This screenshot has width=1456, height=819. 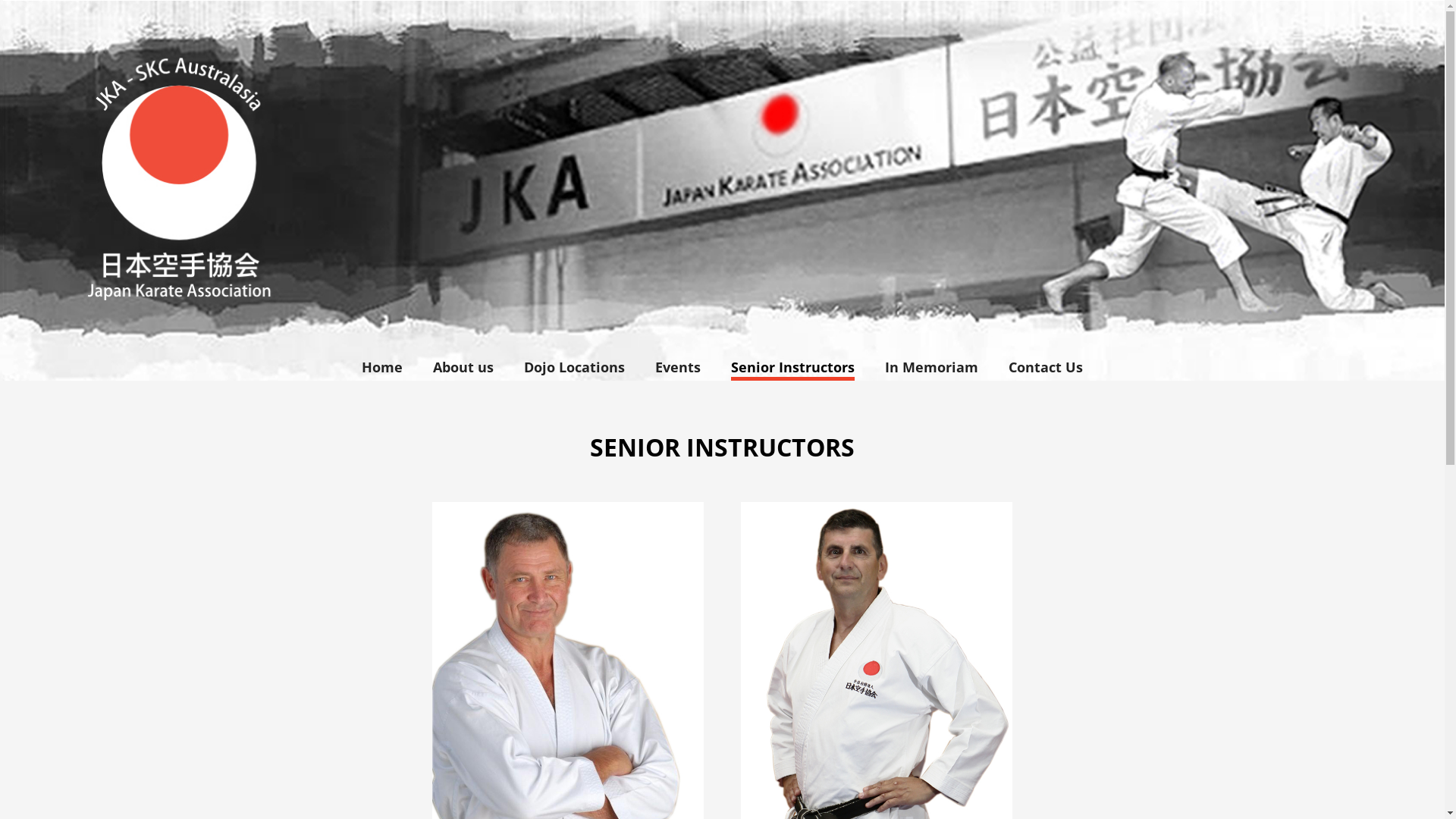 What do you see at coordinates (792, 366) in the screenshot?
I see `'Senior Instructors'` at bounding box center [792, 366].